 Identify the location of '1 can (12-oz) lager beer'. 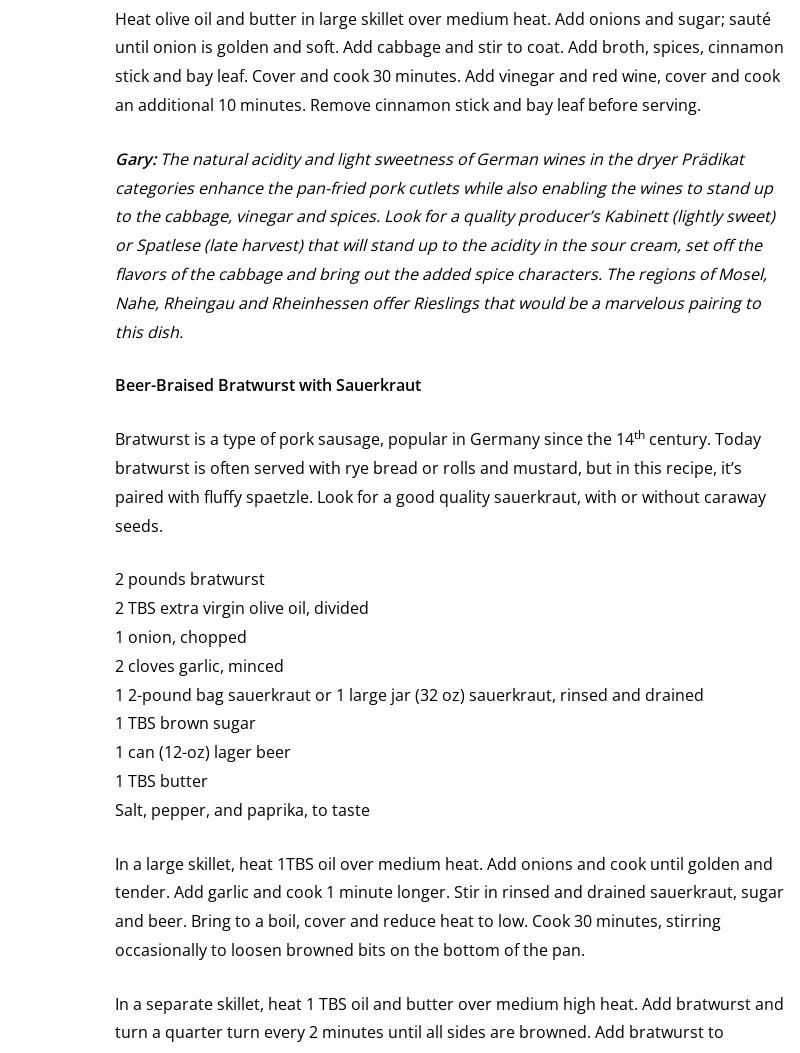
(203, 751).